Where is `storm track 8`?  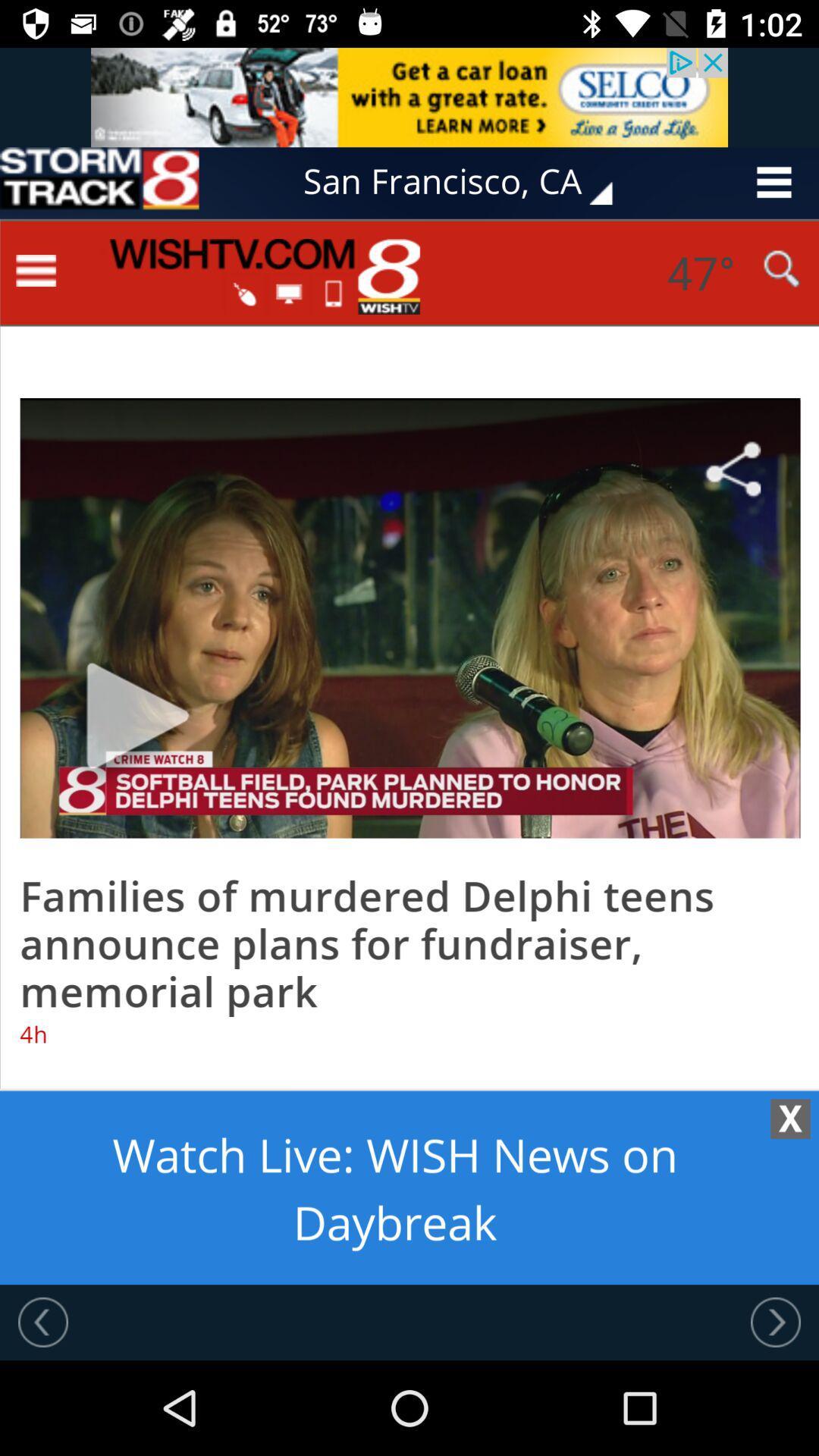 storm track 8 is located at coordinates (99, 182).